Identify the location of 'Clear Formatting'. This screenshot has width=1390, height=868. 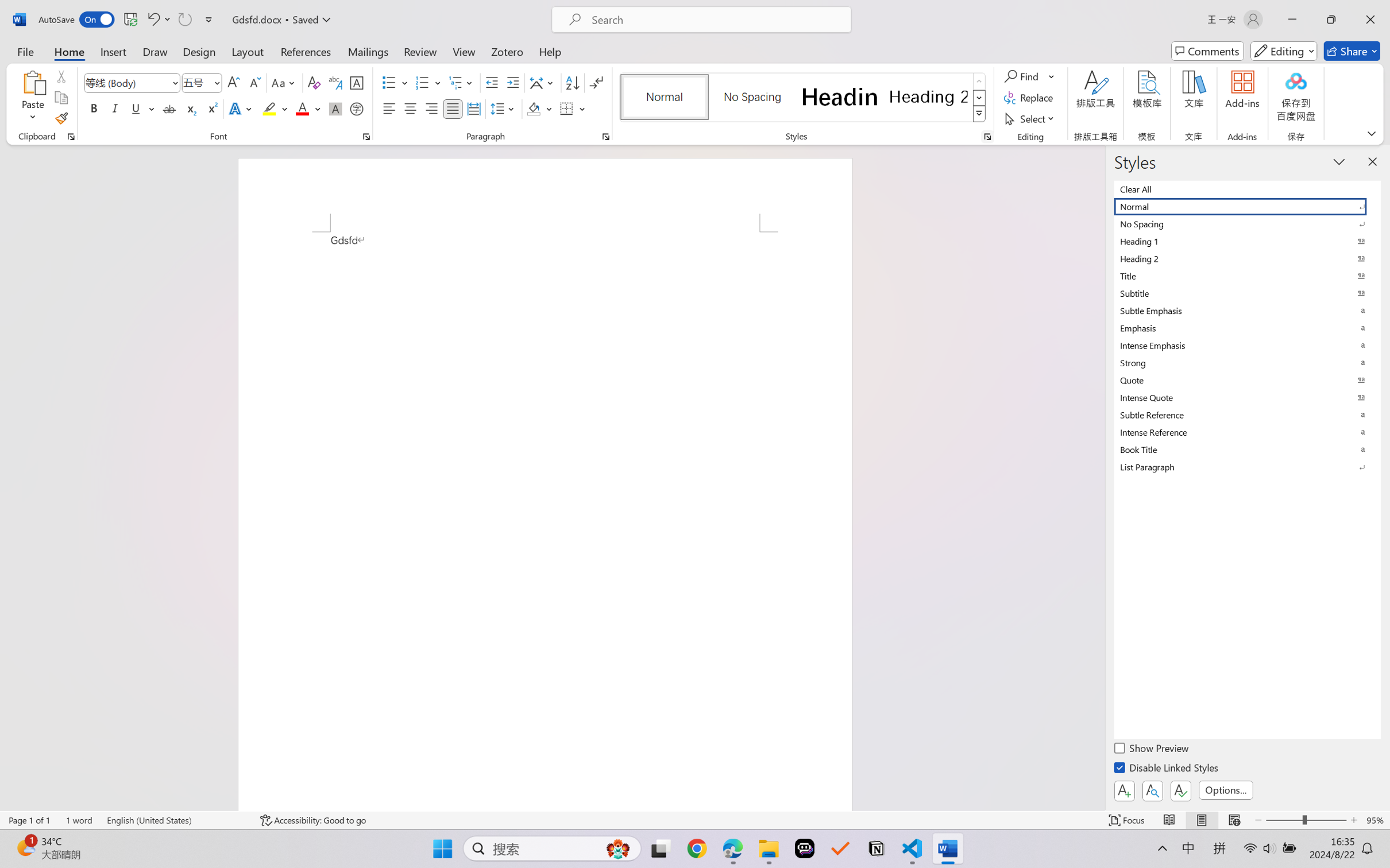
(313, 83).